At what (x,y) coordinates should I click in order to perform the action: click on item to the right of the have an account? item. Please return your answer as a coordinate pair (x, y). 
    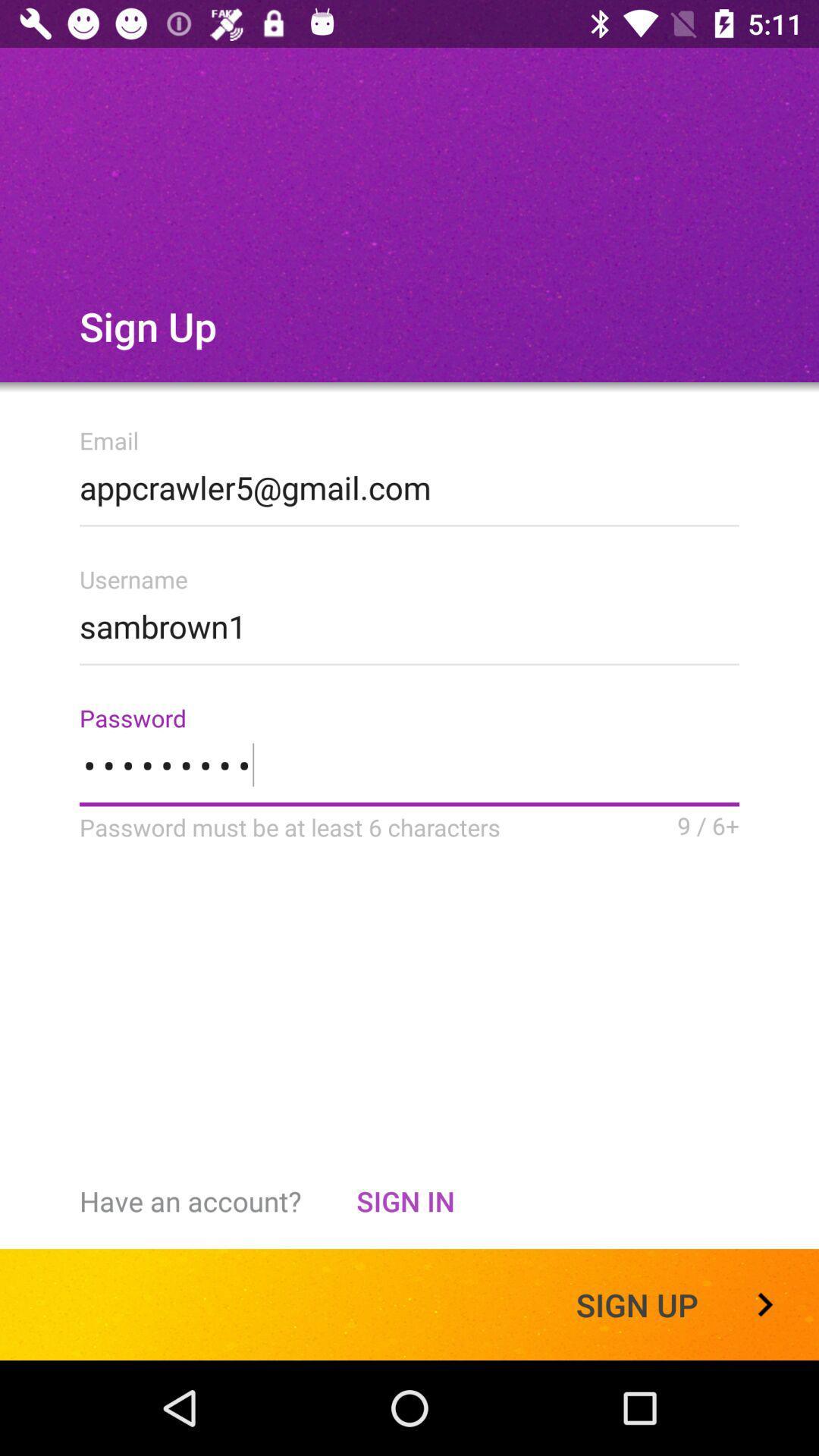
    Looking at the image, I should click on (404, 1200).